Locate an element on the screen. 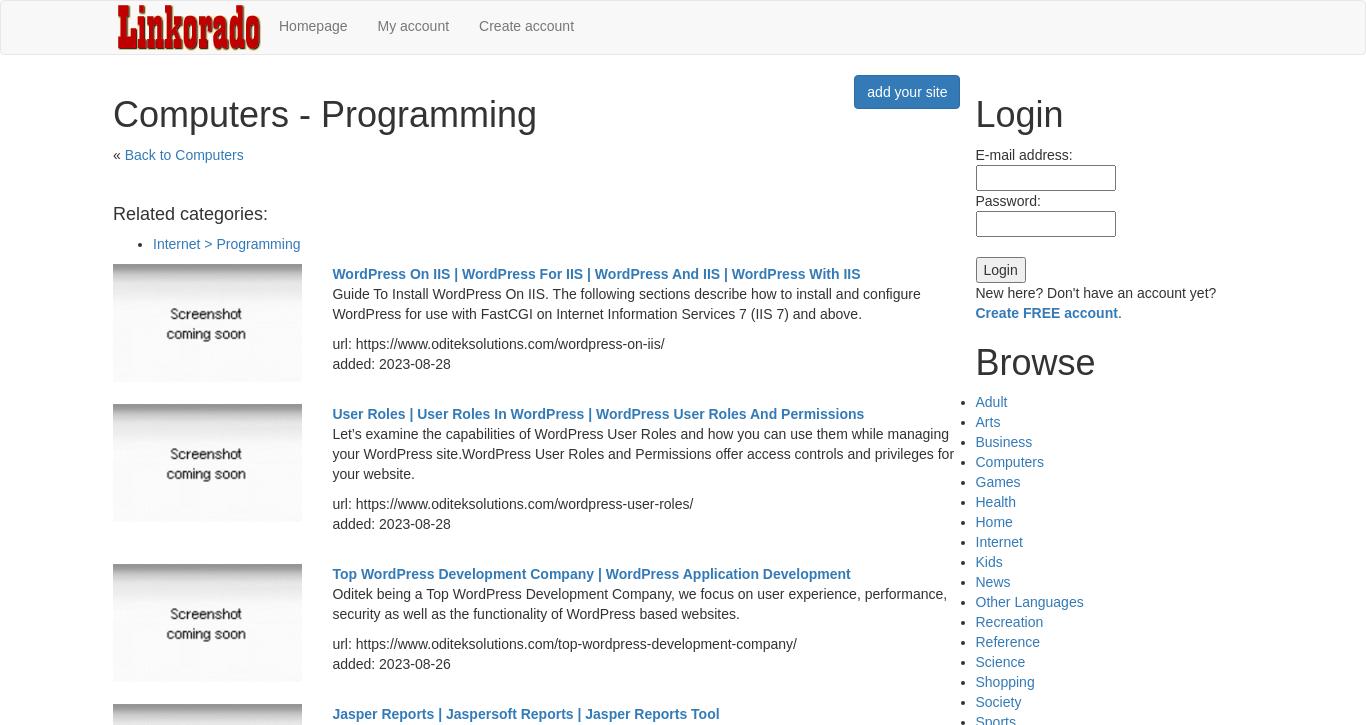 The image size is (1366, 725). 'Top WordPress Development Company | WordPress Application Development' is located at coordinates (590, 573).